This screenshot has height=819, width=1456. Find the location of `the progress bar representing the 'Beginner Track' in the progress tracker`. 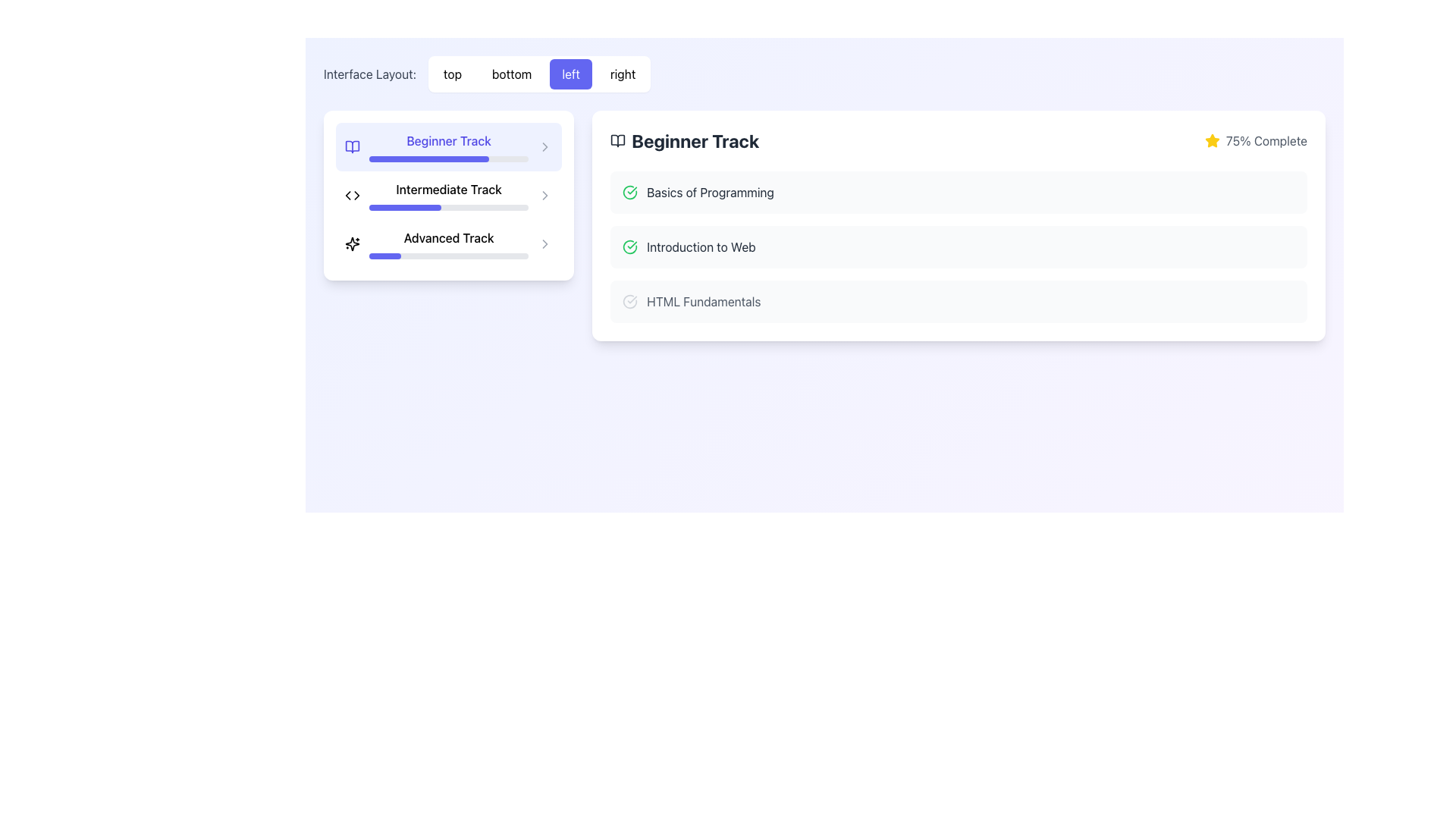

the progress bar representing the 'Beginner Track' in the progress tracker is located at coordinates (428, 158).